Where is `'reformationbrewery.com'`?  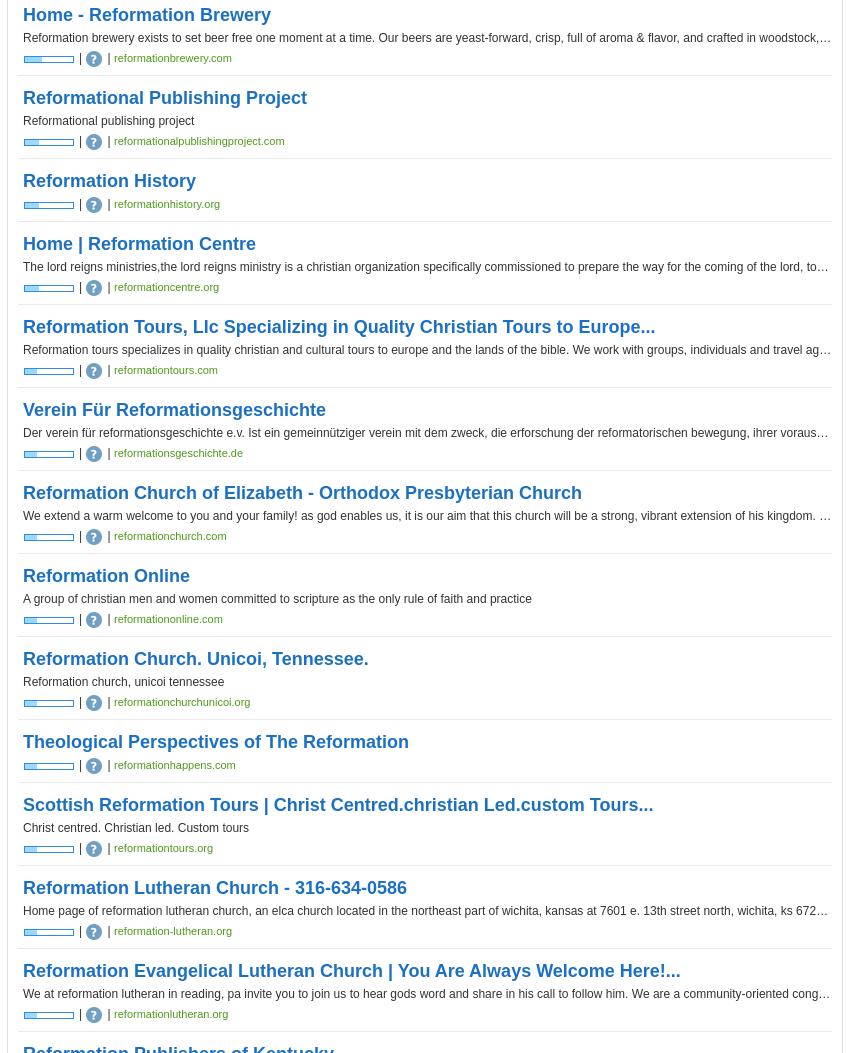 'reformationbrewery.com' is located at coordinates (112, 57).